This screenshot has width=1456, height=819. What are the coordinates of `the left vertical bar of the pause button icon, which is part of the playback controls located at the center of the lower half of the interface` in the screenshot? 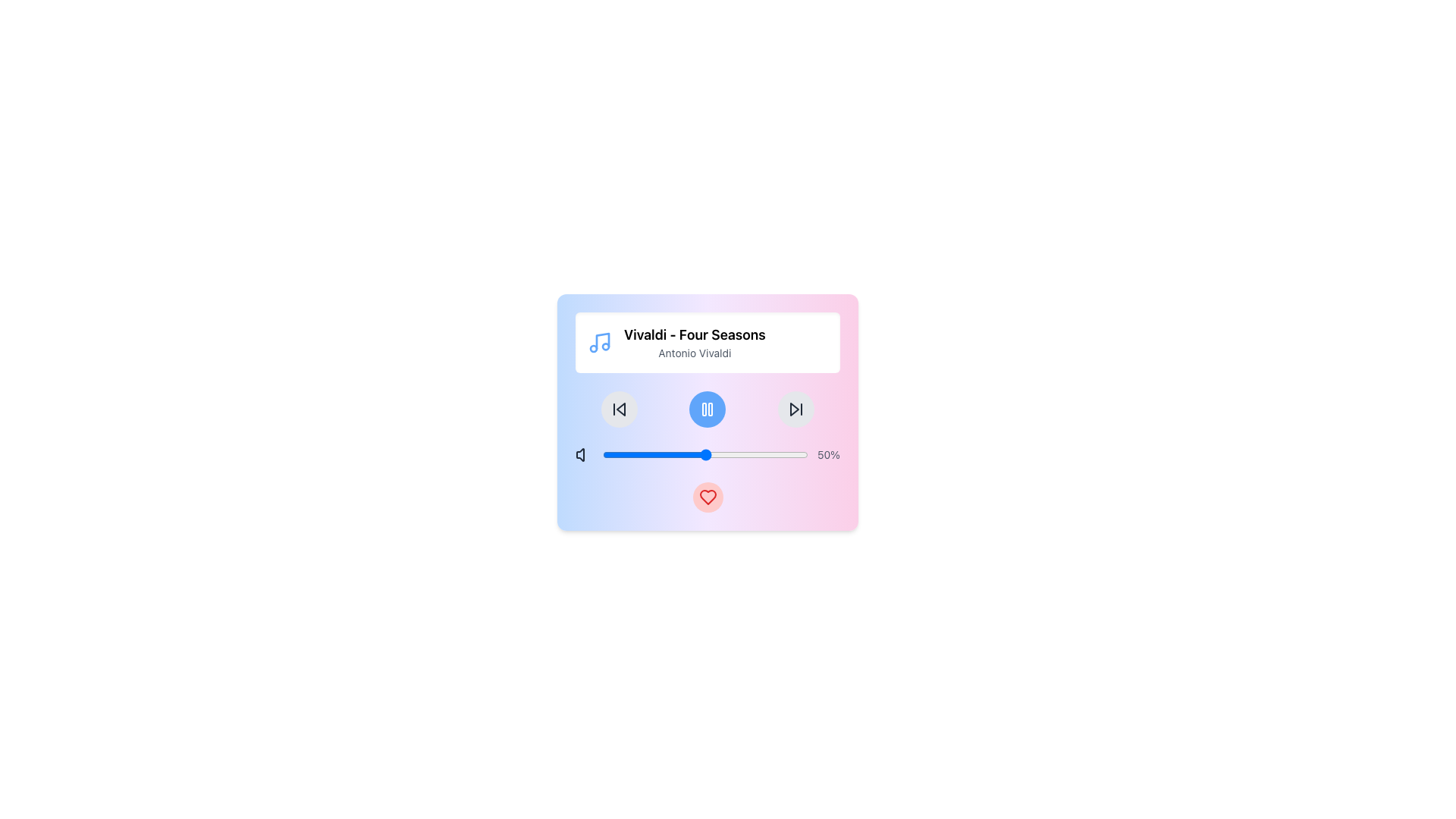 It's located at (704, 409).